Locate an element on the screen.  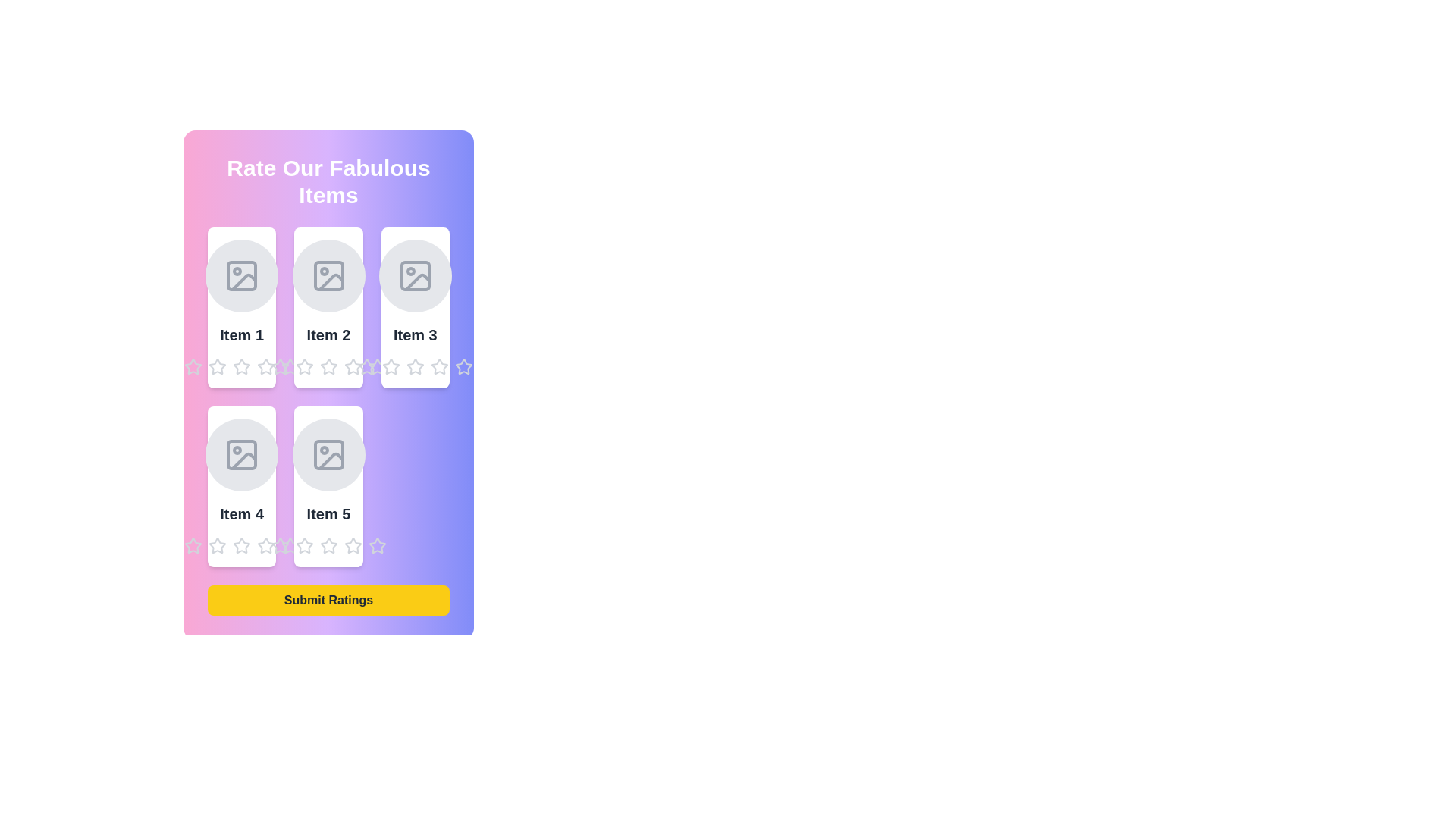
the image placeholder for Item 4 is located at coordinates (241, 454).